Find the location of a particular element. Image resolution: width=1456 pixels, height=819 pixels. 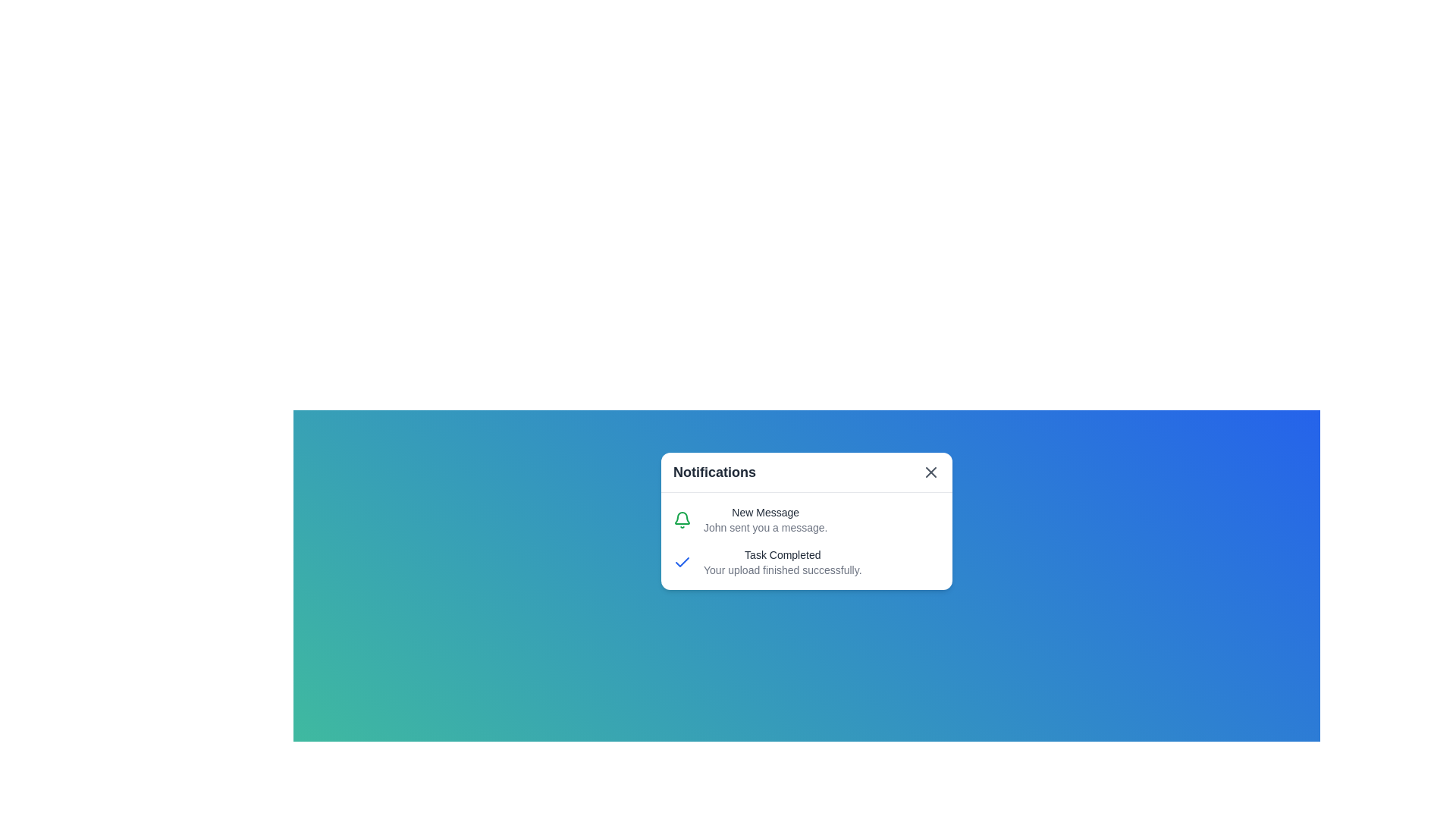

the Close button icon (X) in the upper-right corner of the notification dialog to change its color to red if applicable is located at coordinates (930, 472).